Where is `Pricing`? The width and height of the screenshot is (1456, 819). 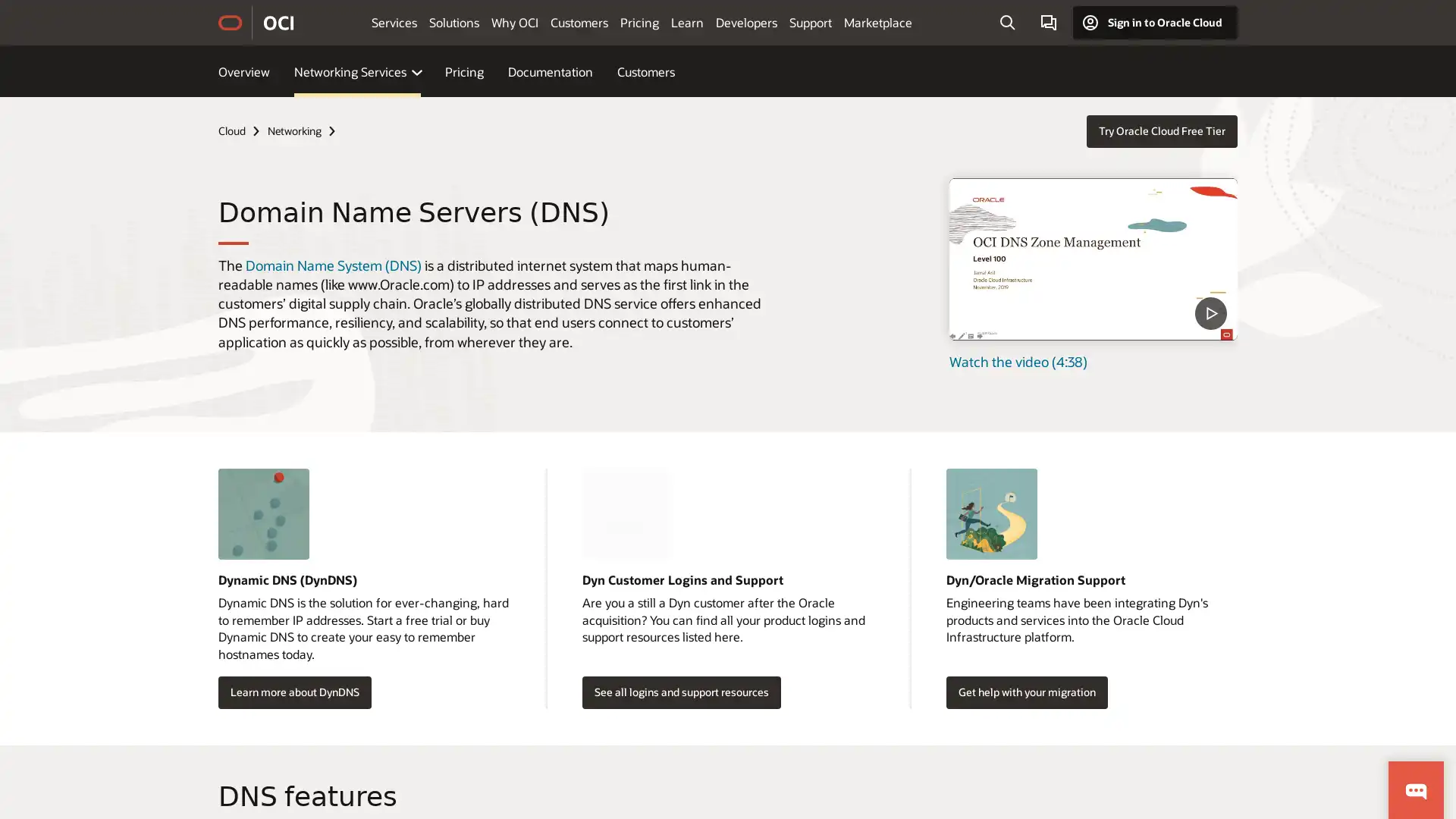
Pricing is located at coordinates (639, 22).